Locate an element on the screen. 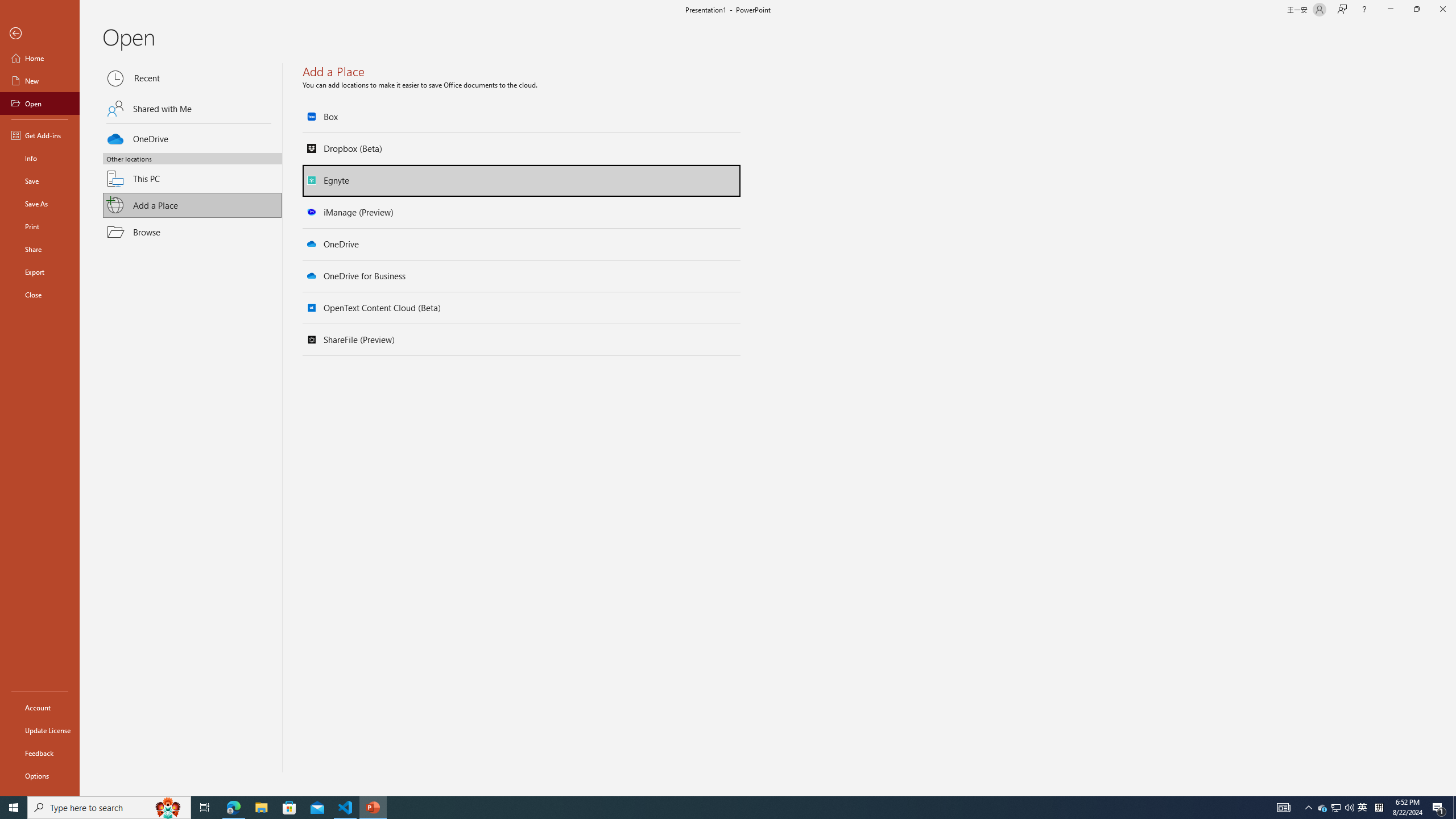 The image size is (1456, 819). 'Add a Place' is located at coordinates (192, 205).